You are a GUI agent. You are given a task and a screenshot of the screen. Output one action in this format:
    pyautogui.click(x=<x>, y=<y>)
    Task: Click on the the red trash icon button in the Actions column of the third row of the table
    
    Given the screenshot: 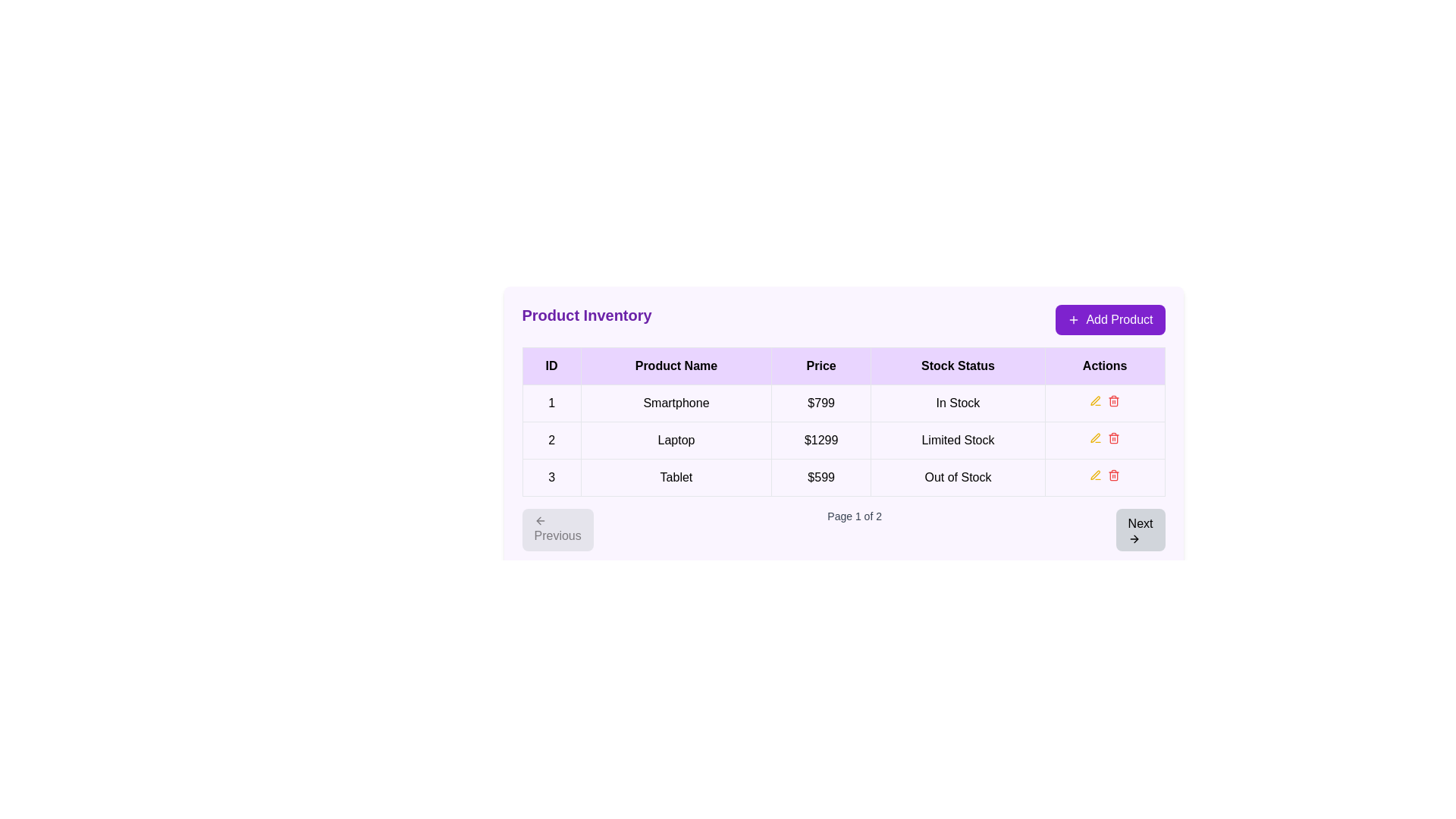 What is the action you would take?
    pyautogui.click(x=1114, y=400)
    